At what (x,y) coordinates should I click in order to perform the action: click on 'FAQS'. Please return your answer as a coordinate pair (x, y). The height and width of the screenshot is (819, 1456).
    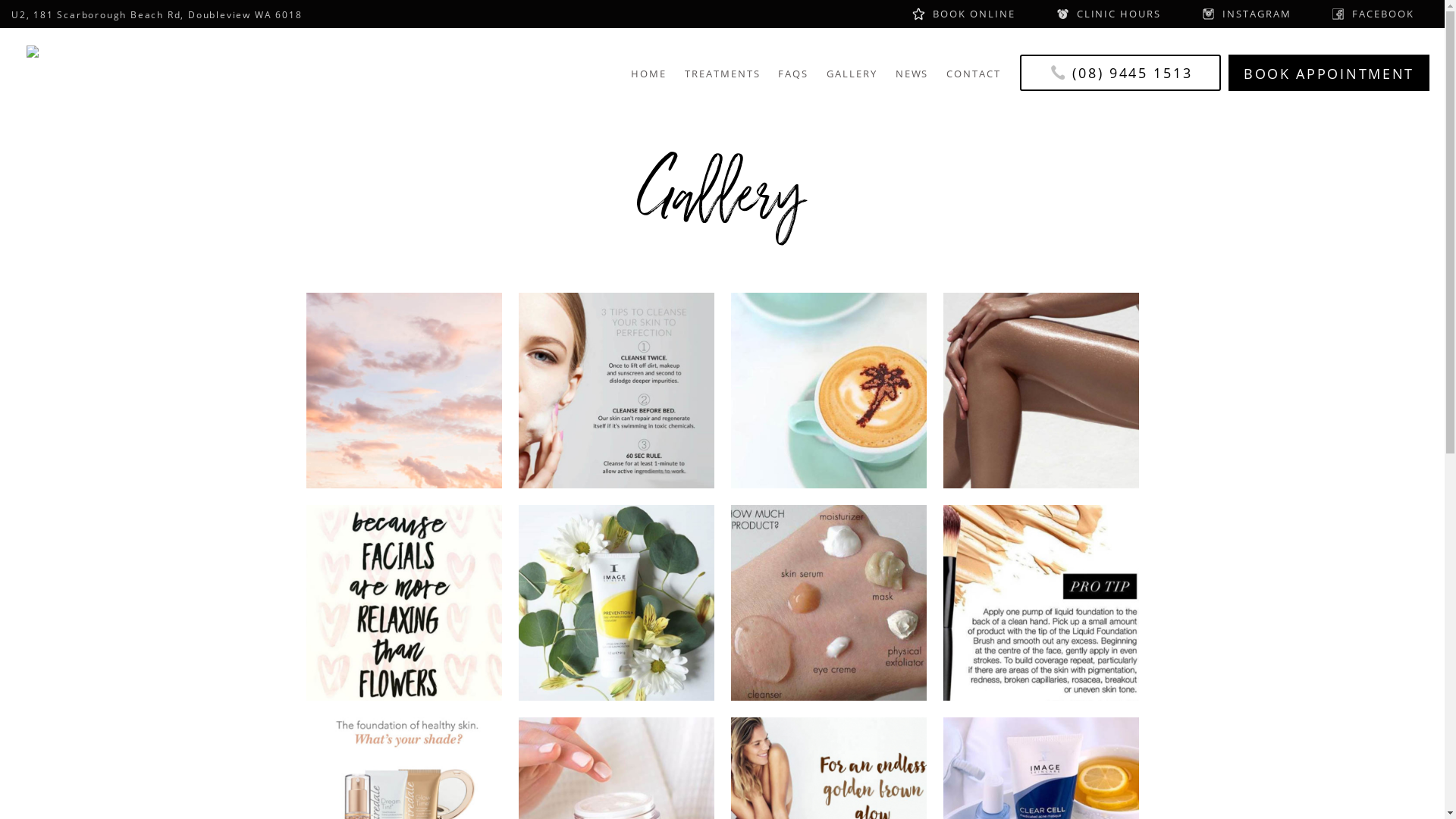
    Looking at the image, I should click on (770, 78).